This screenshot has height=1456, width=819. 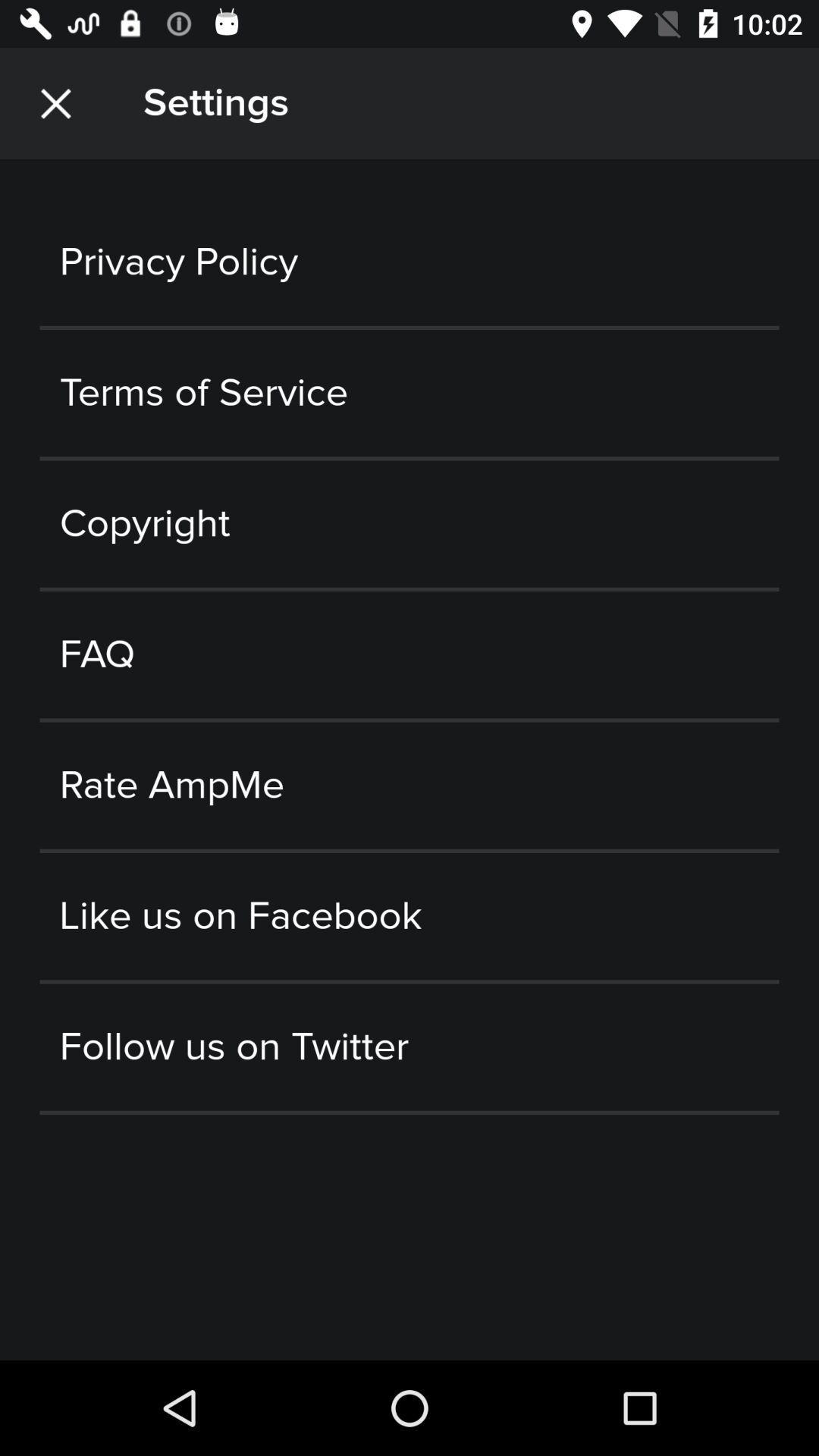 What do you see at coordinates (409, 654) in the screenshot?
I see `the faq` at bounding box center [409, 654].